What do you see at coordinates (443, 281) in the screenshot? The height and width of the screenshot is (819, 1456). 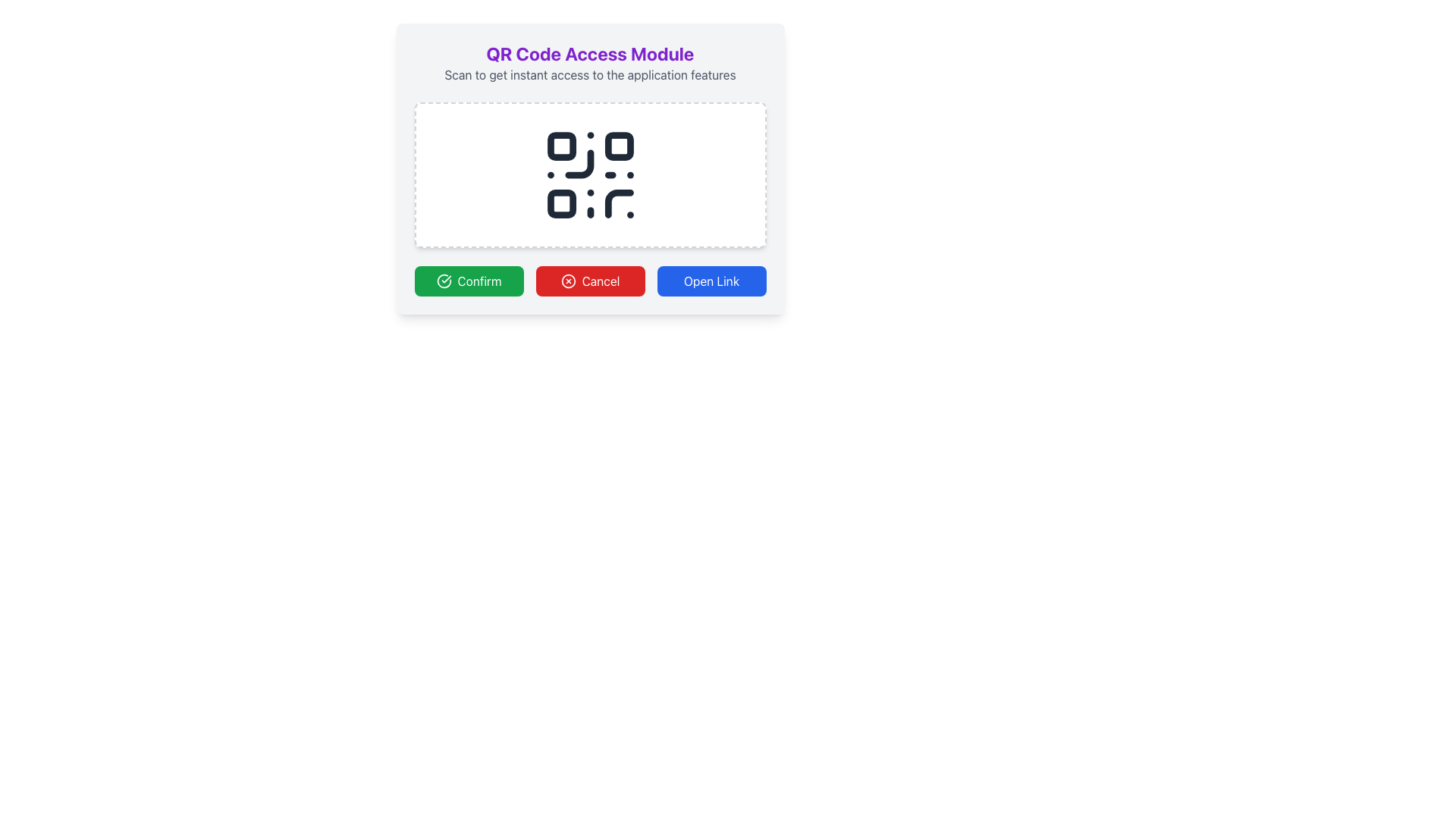 I see `the circular icon with a checkmark inside, which is part of the 'Confirm' button located in the lower left area of the interface` at bounding box center [443, 281].